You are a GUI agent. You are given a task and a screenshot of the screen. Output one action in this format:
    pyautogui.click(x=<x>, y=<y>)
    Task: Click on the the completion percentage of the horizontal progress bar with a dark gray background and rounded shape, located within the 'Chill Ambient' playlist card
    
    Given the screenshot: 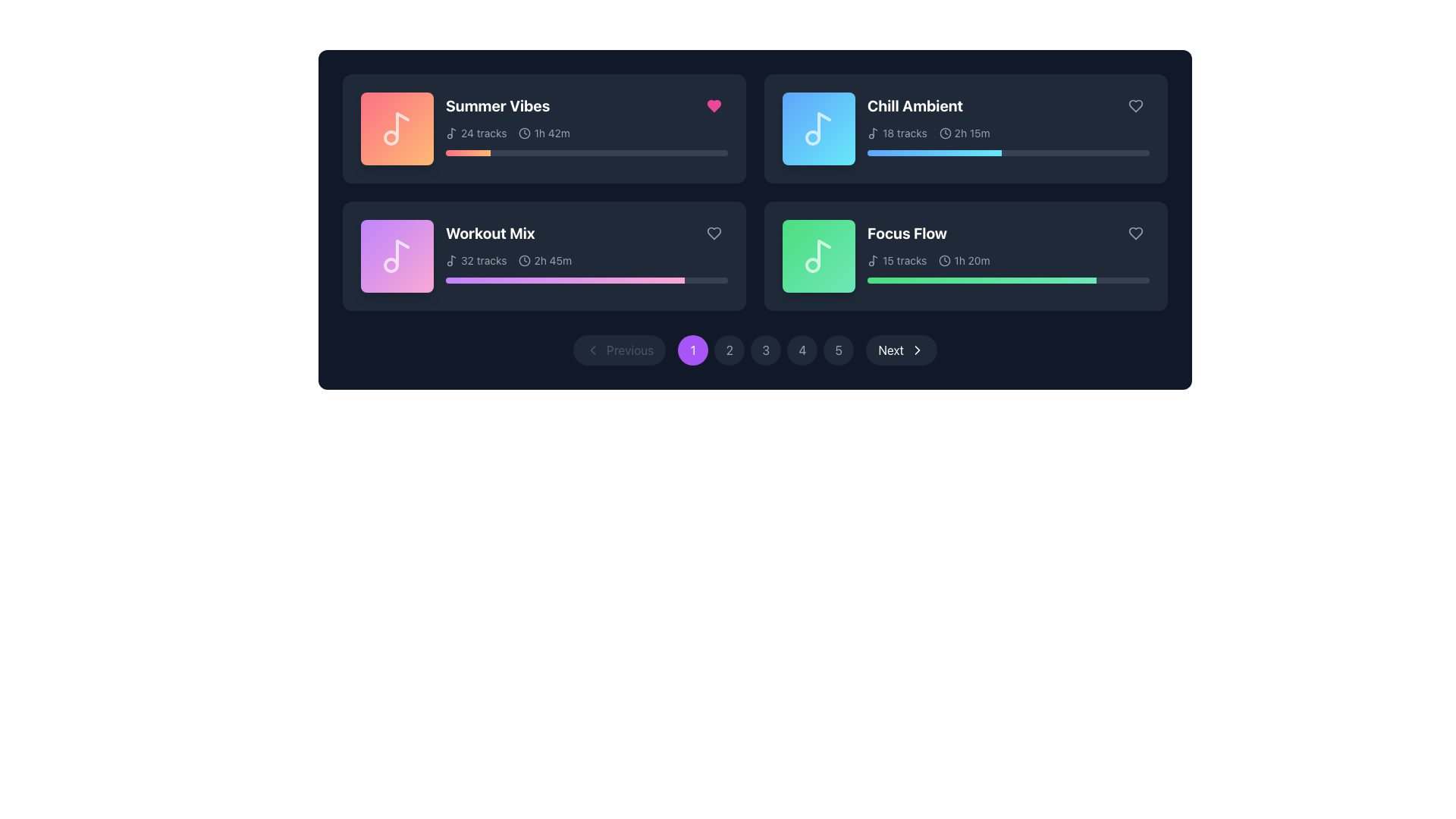 What is the action you would take?
    pyautogui.click(x=1008, y=152)
    